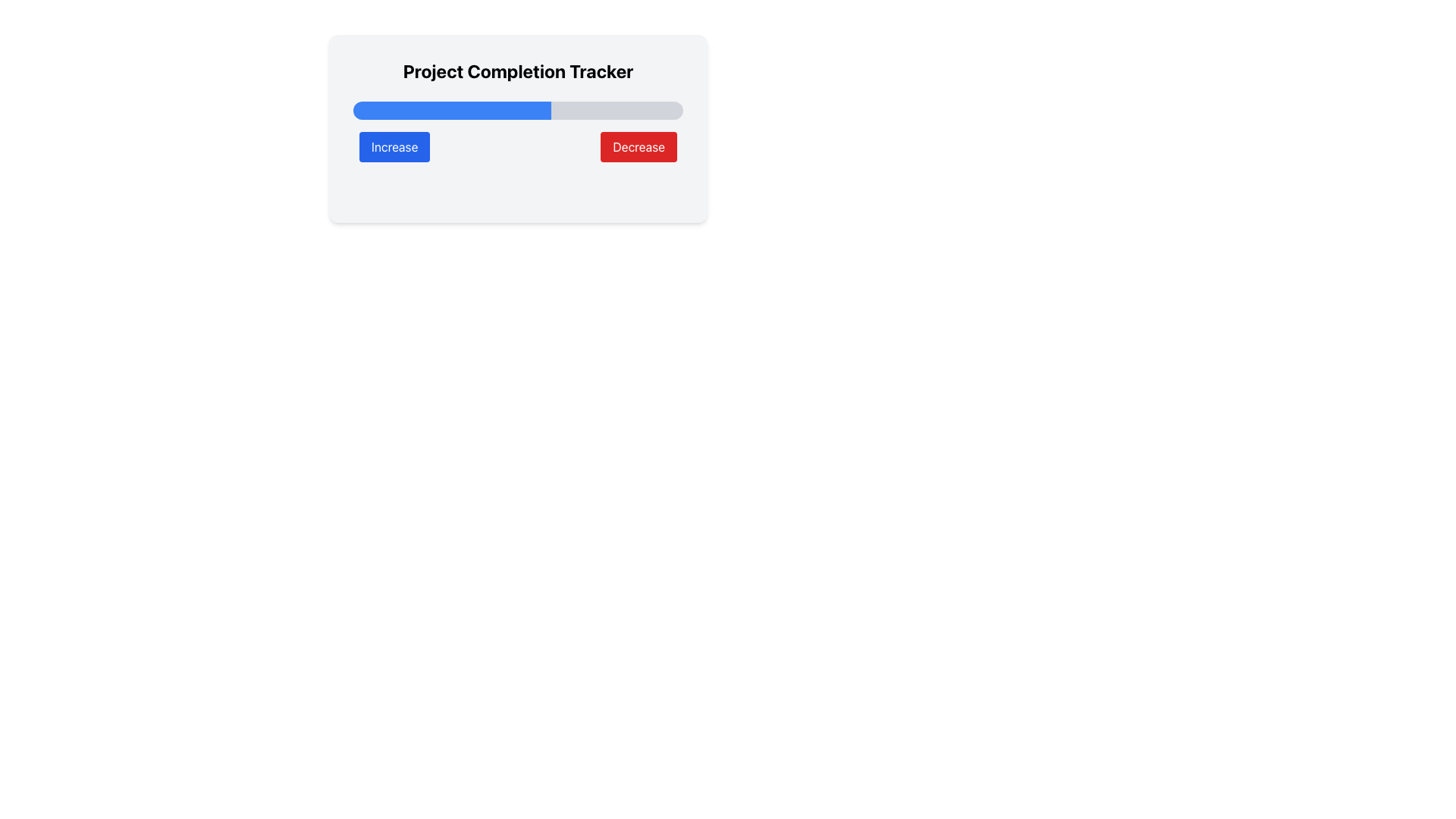  Describe the element at coordinates (533, 189) in the screenshot. I see `the circular SVG component located at the center below the 'Project Completion Tracker' interface` at that location.